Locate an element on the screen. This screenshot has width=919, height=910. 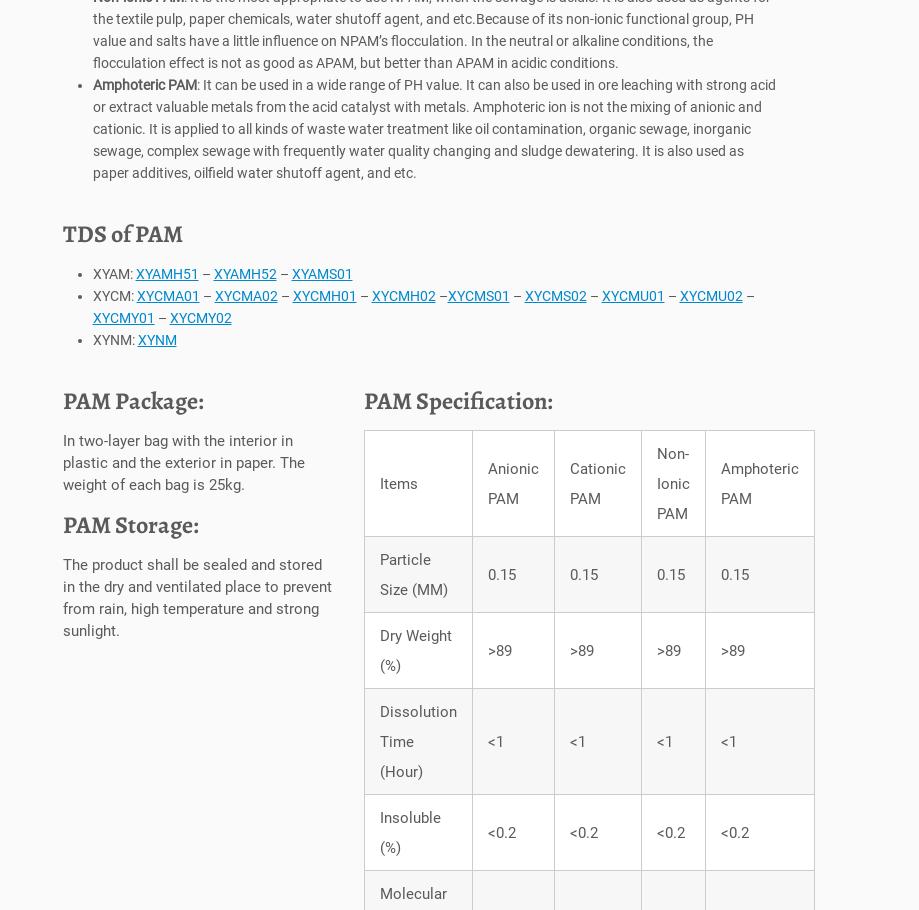
'Cationic PAM' is located at coordinates (569, 488).